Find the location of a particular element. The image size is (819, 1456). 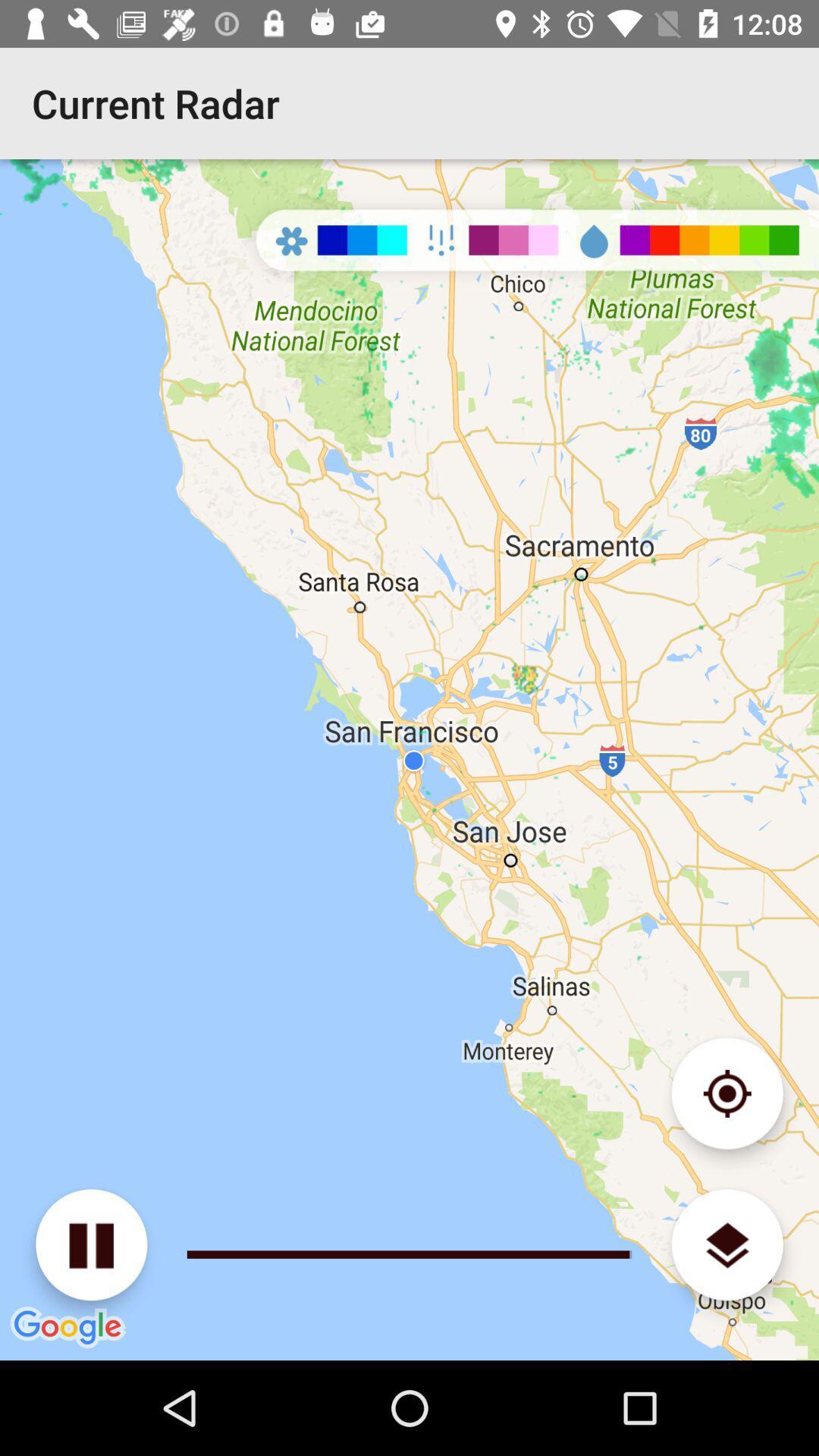

the layers icon is located at coordinates (726, 1244).